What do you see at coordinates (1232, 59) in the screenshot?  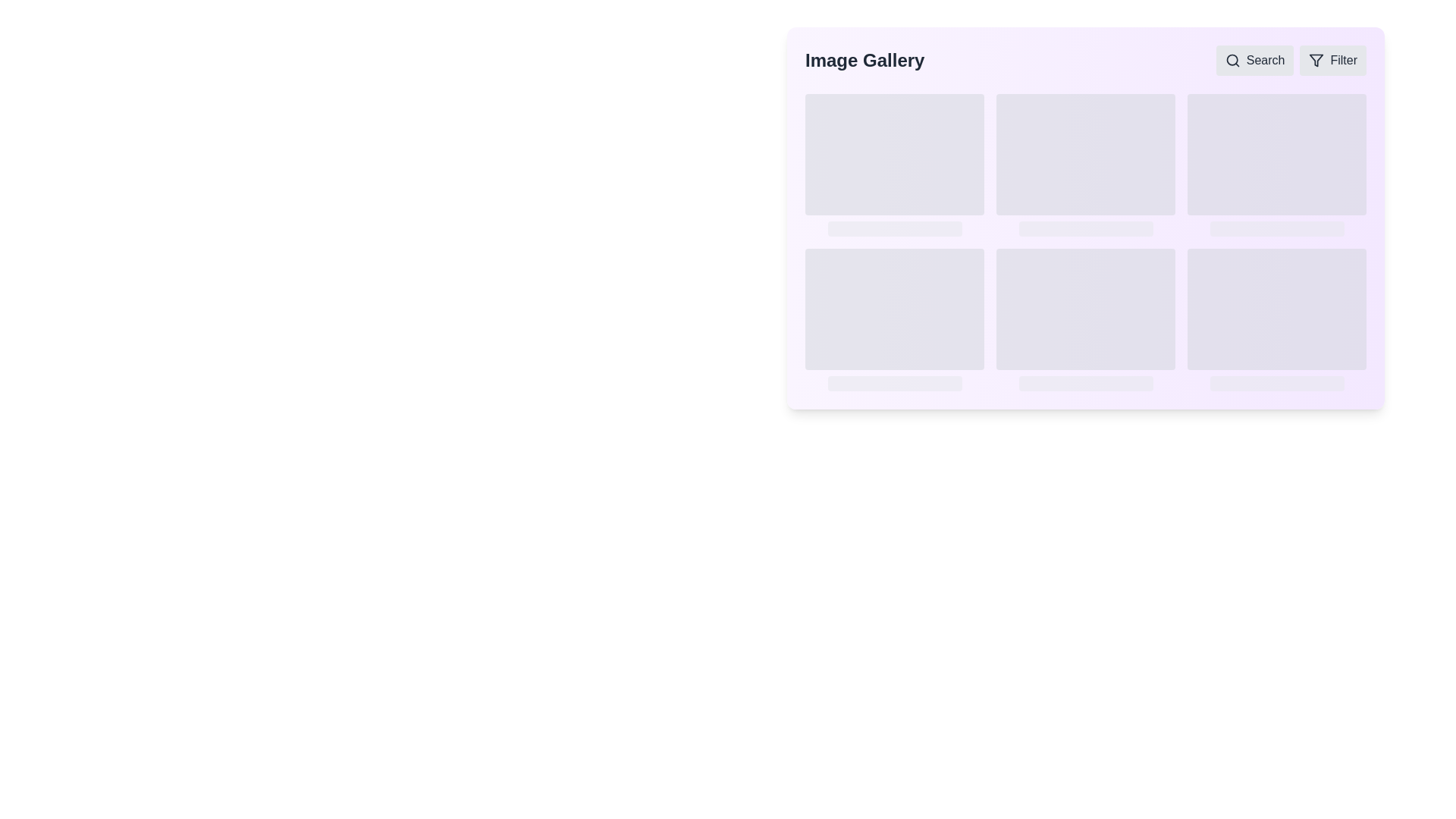 I see `the circular component of the magnifying glass icon, which is styled as part of an SVG graphic and positioned near the page's header, adjacent to the 'Search' button text` at bounding box center [1232, 59].